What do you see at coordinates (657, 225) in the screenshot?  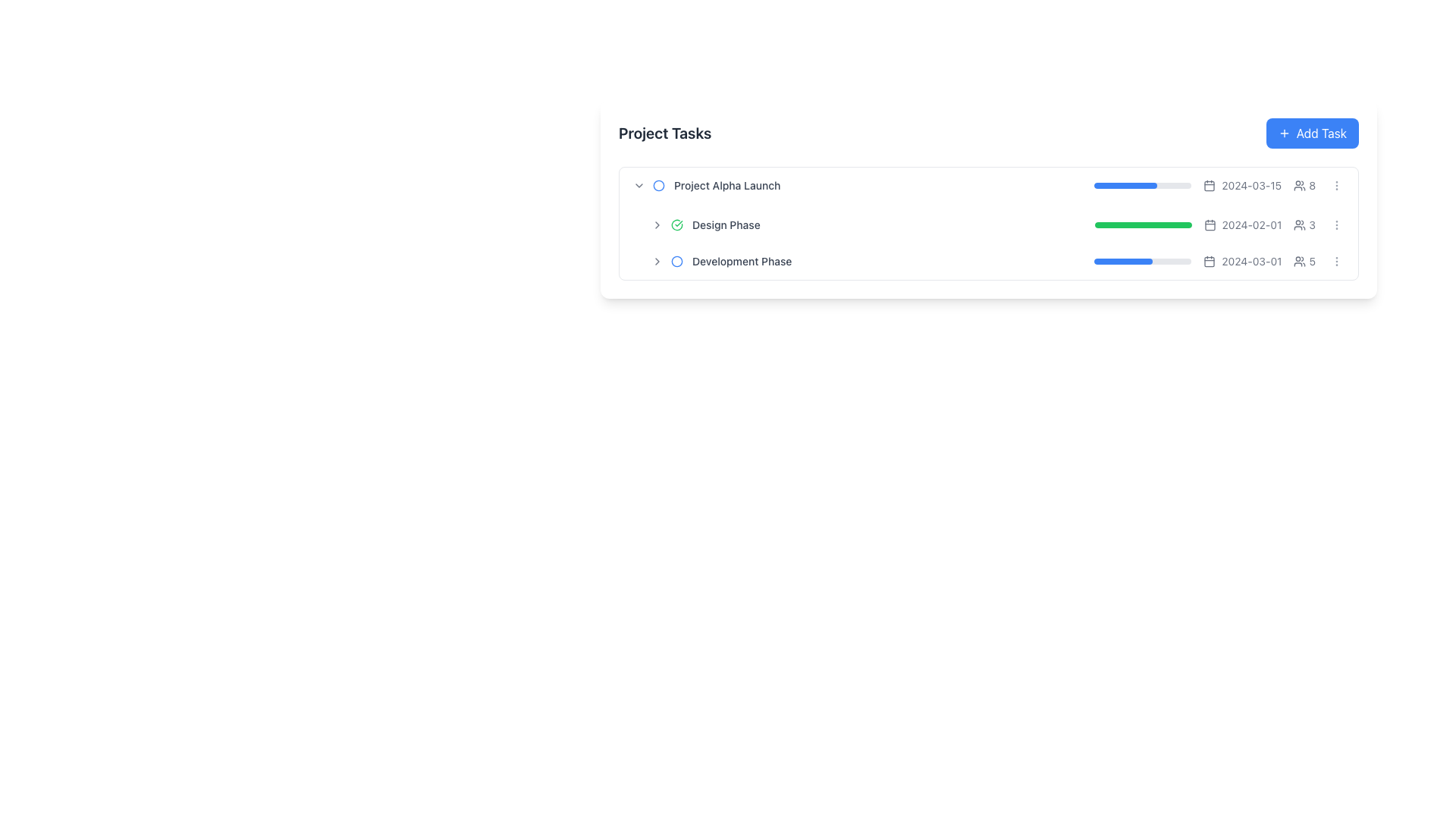 I see `the small right-pointing chevron icon located to the immediate left of the 'Design Phase' text` at bounding box center [657, 225].